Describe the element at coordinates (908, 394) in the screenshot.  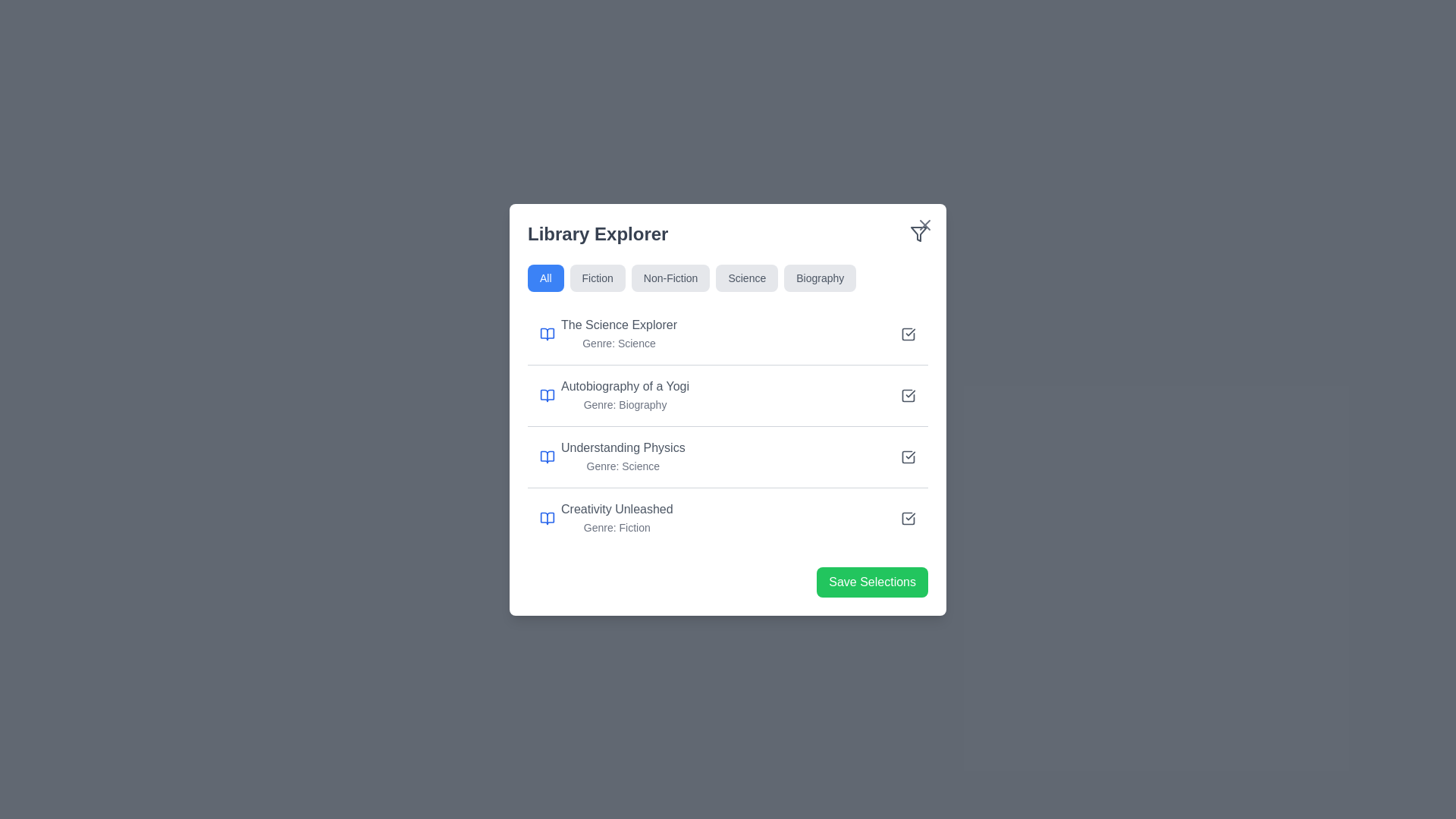
I see `the checkbox input control for the 'Autobiography of a Yogi' item` at that location.